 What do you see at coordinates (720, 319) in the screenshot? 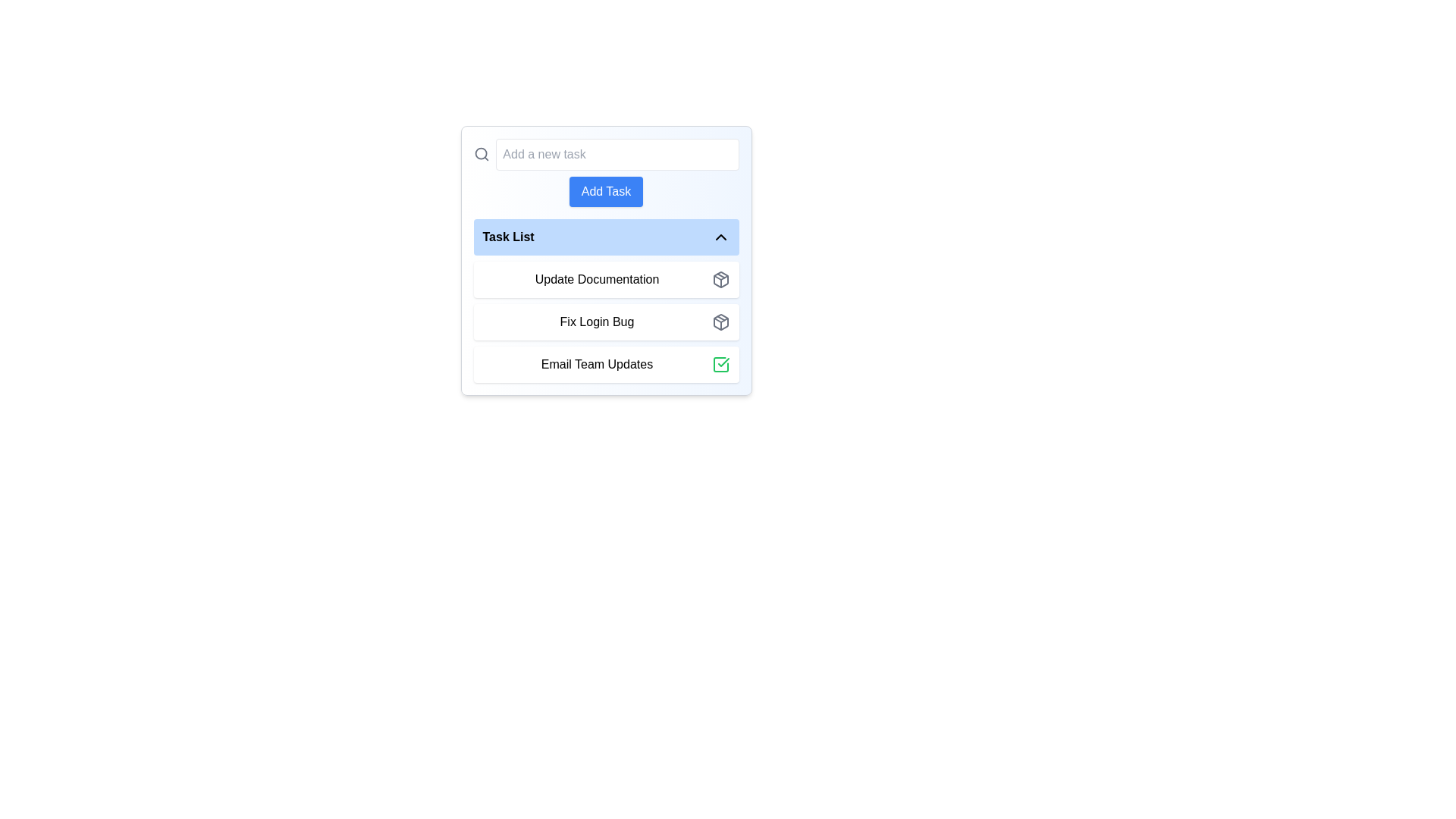
I see `the upward-pointing triangular shape within the package icon, located to the right of the 'Update Documentation' task in the task list` at bounding box center [720, 319].